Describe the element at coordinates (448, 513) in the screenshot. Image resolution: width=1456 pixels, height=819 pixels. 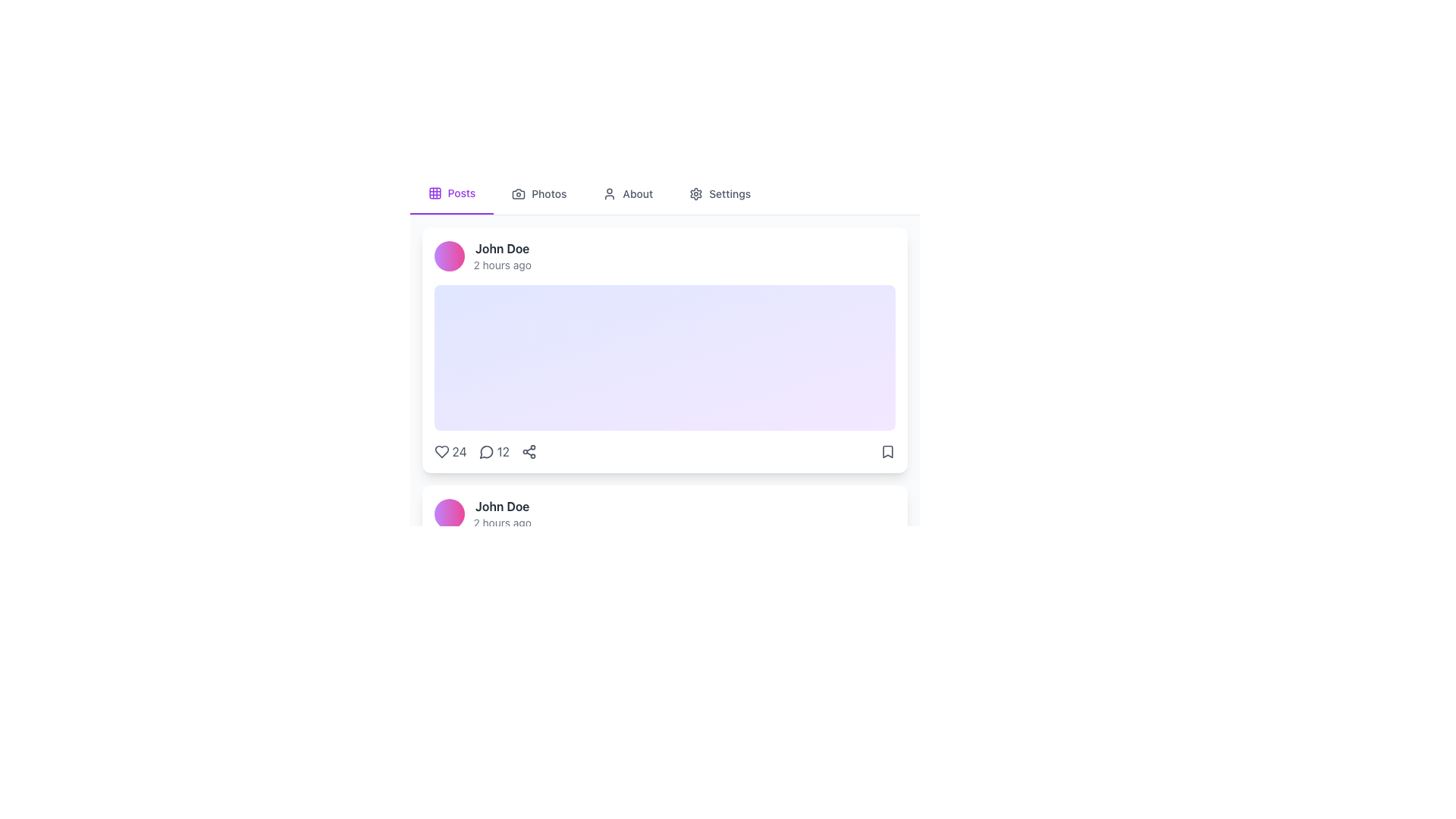
I see `the Avatar or decorative circle that serves as a visual avatar associated with user information, located to the left of the text 'John Doe' and '2 hours ago'` at that location.